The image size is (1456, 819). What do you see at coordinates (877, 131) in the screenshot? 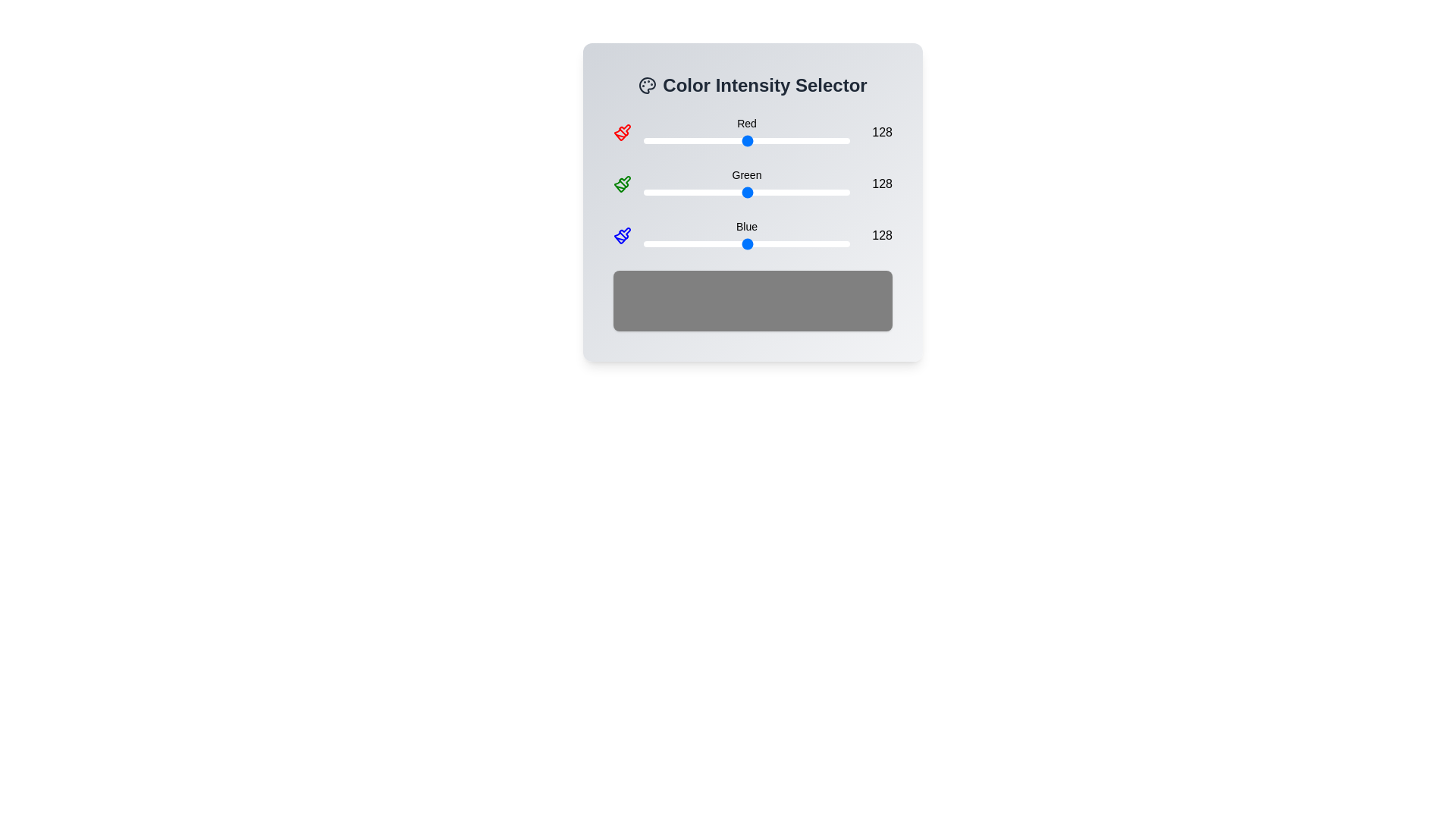
I see `the text element displaying the numeric value '128', which is right-aligned and positioned next to the red label and slider control, indicating its association with red intensity adjustment` at bounding box center [877, 131].